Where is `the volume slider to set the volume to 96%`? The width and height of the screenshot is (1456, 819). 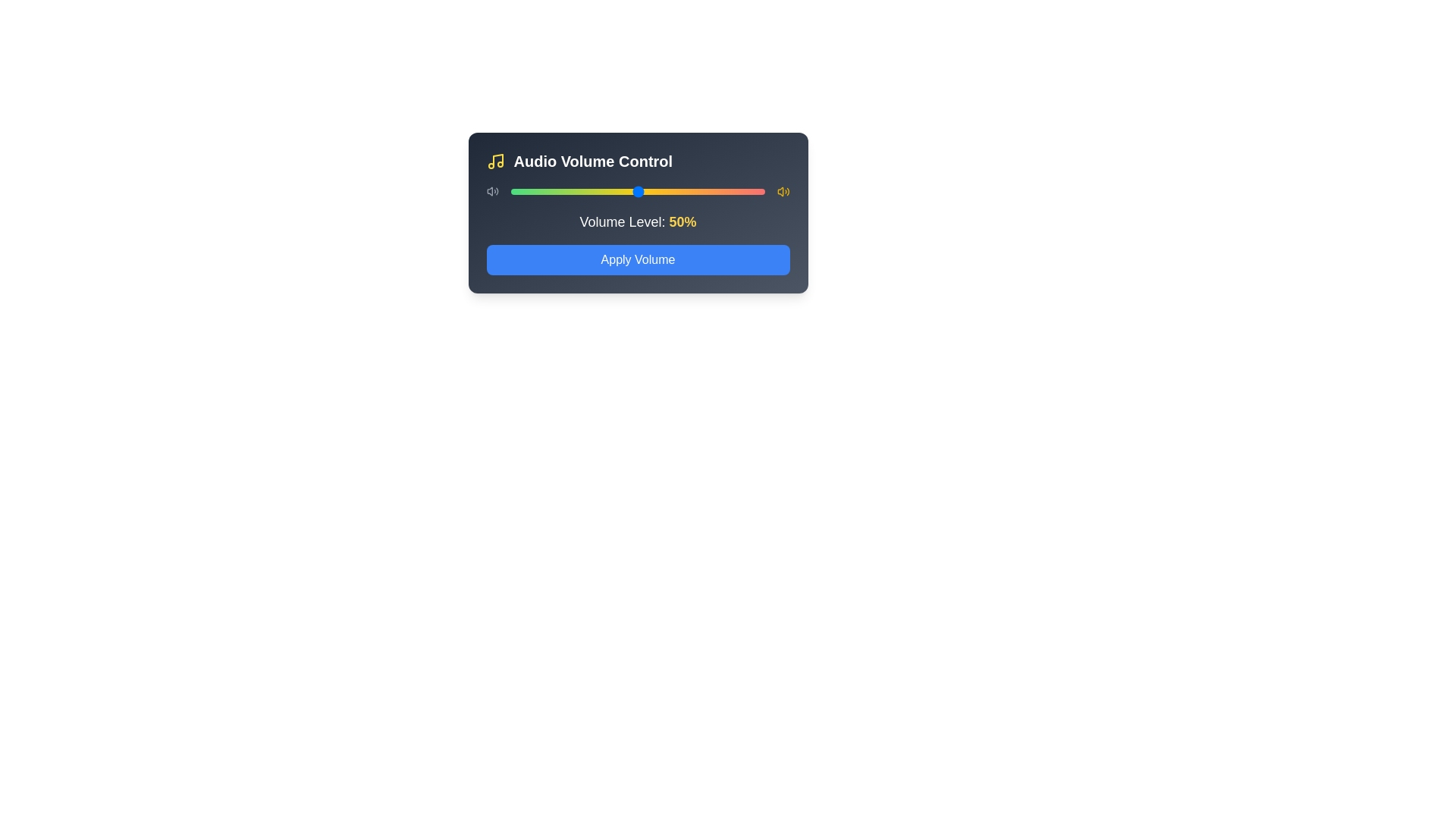 the volume slider to set the volume to 96% is located at coordinates (755, 191).